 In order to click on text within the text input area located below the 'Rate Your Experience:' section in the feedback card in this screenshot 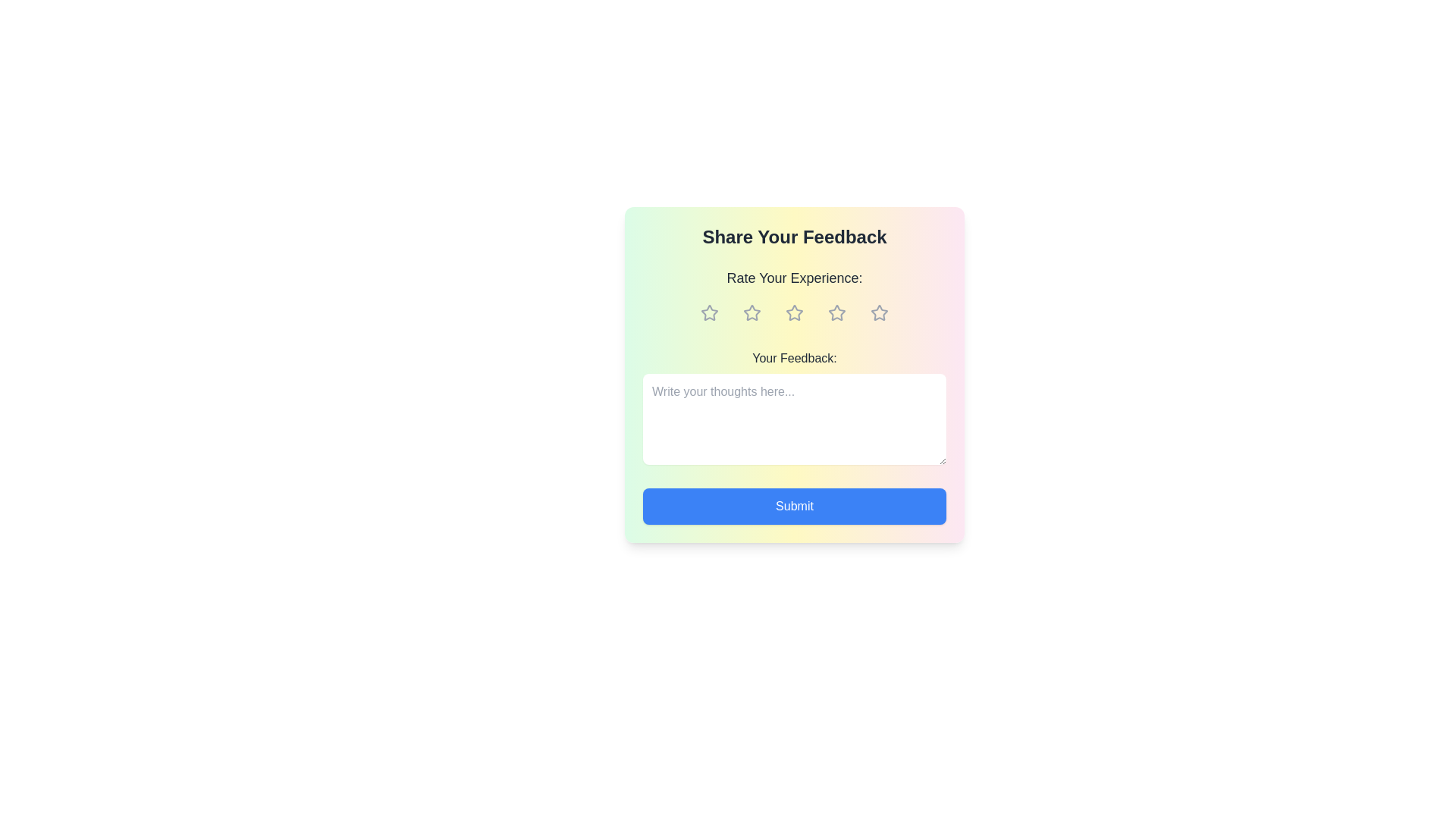, I will do `click(793, 409)`.